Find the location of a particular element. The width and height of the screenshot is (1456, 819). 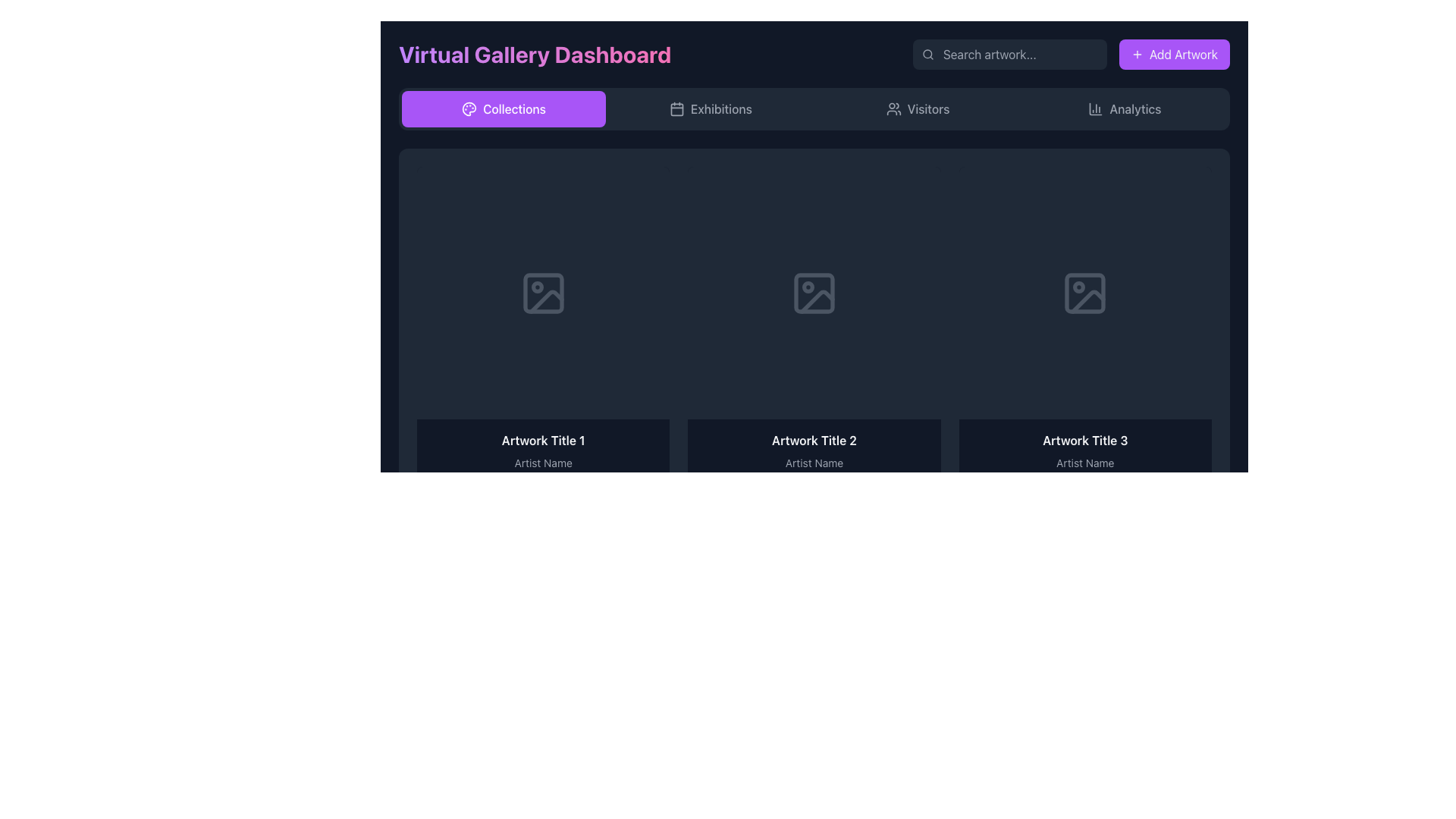

the 'Exhibitions' button in the top navigation bar to interact with the event management features associated with the calendar icon is located at coordinates (676, 108).